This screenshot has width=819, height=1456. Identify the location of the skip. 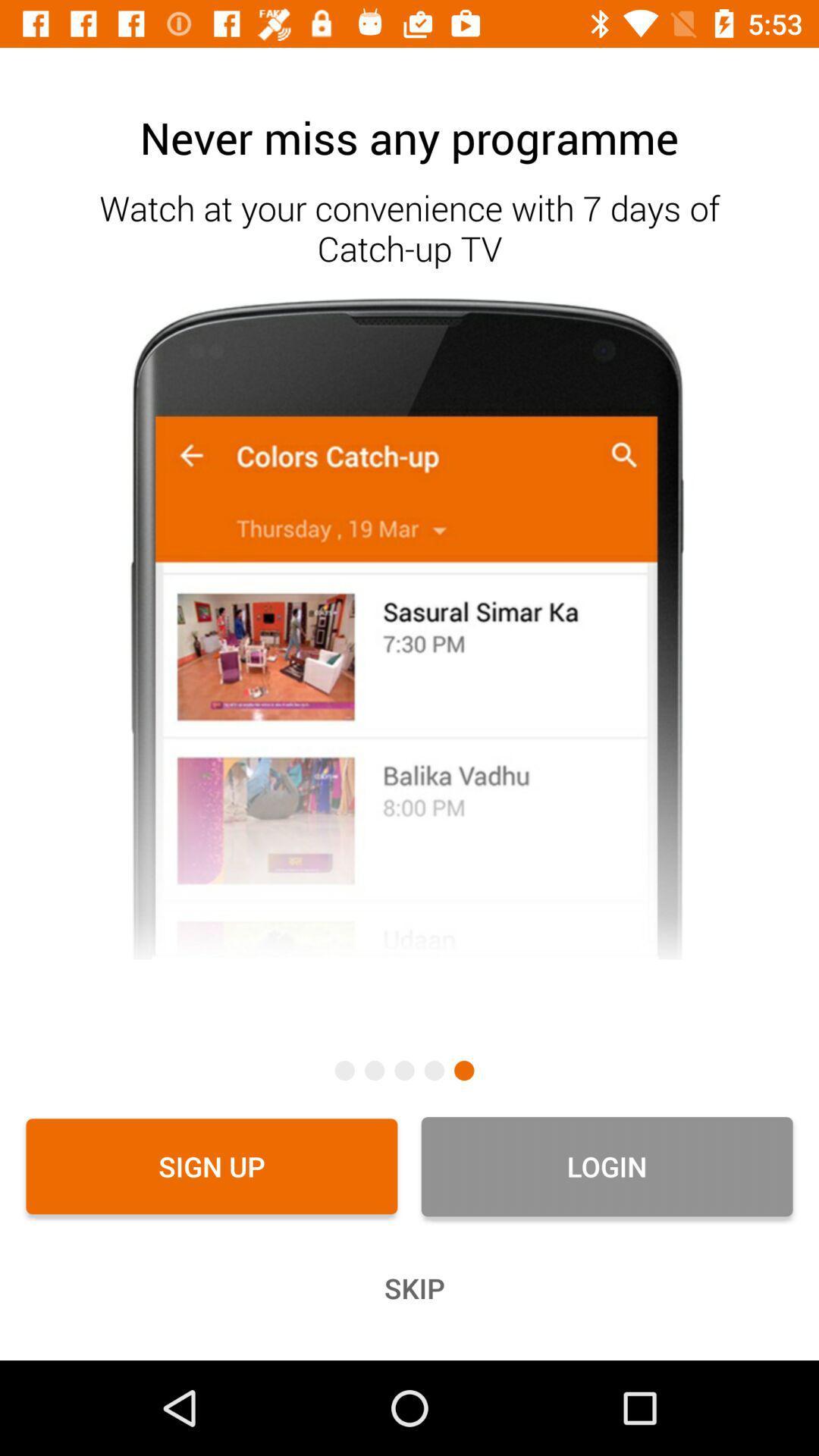
(409, 1288).